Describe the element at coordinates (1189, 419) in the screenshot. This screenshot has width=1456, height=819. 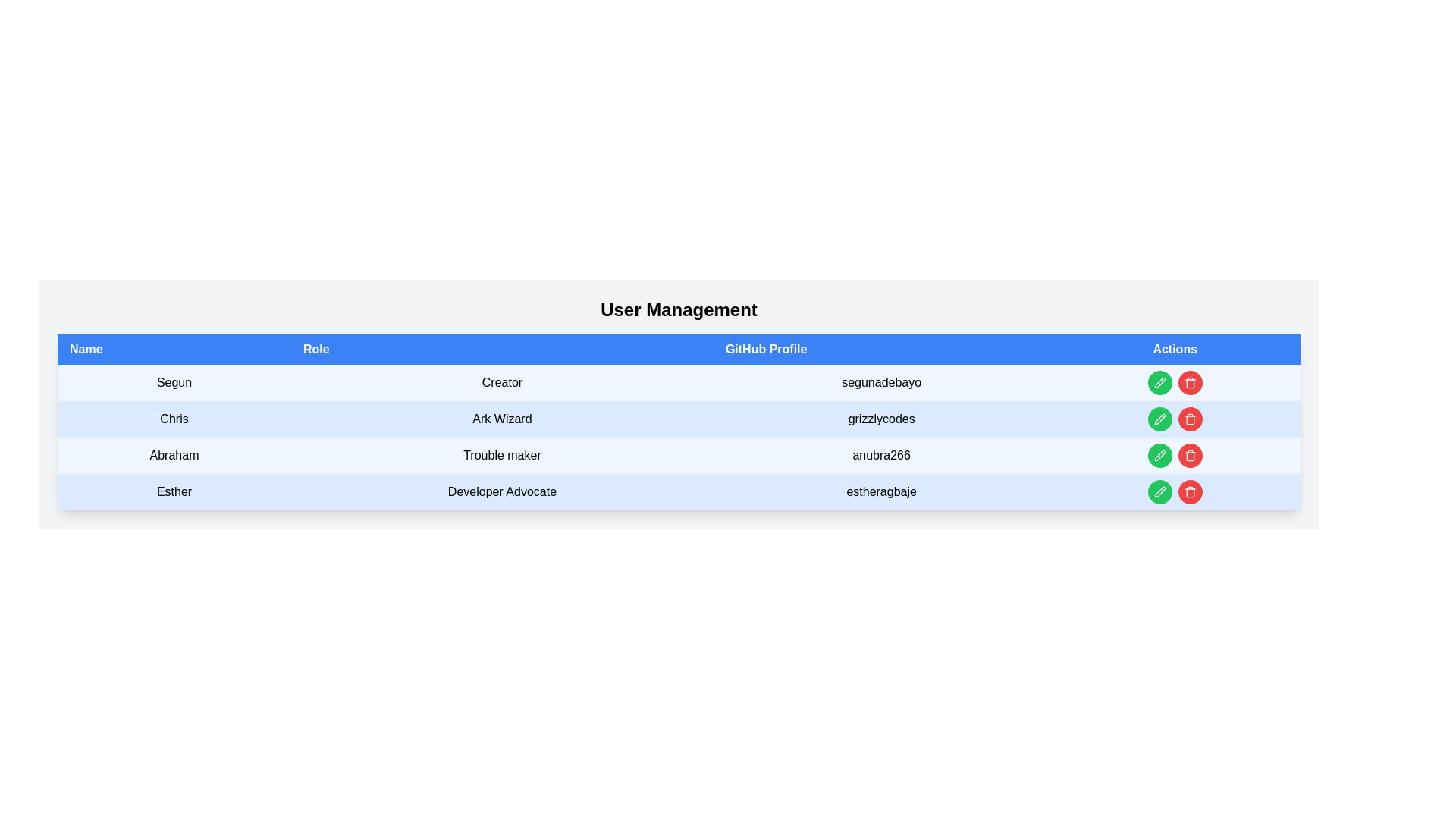
I see `the delete button located in the 'Actions' column of the second row for the user 'Chris'` at that location.